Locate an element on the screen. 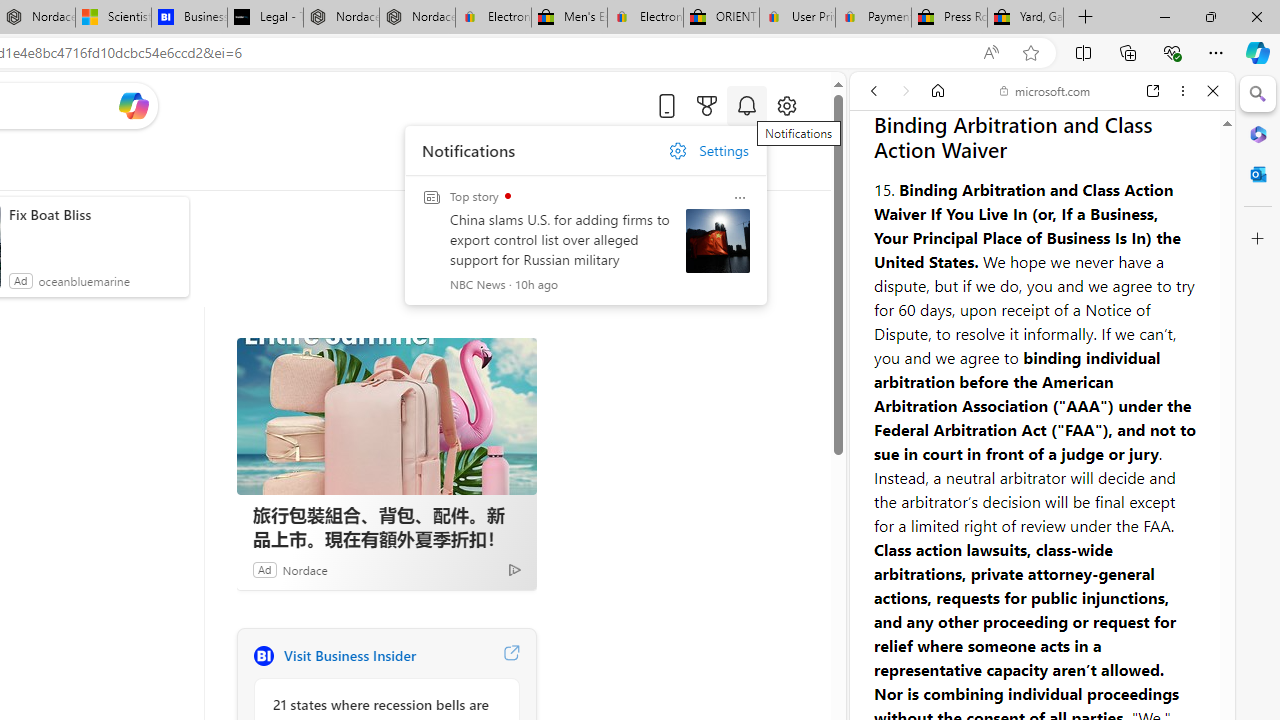  'New Tab' is located at coordinates (1085, 17).